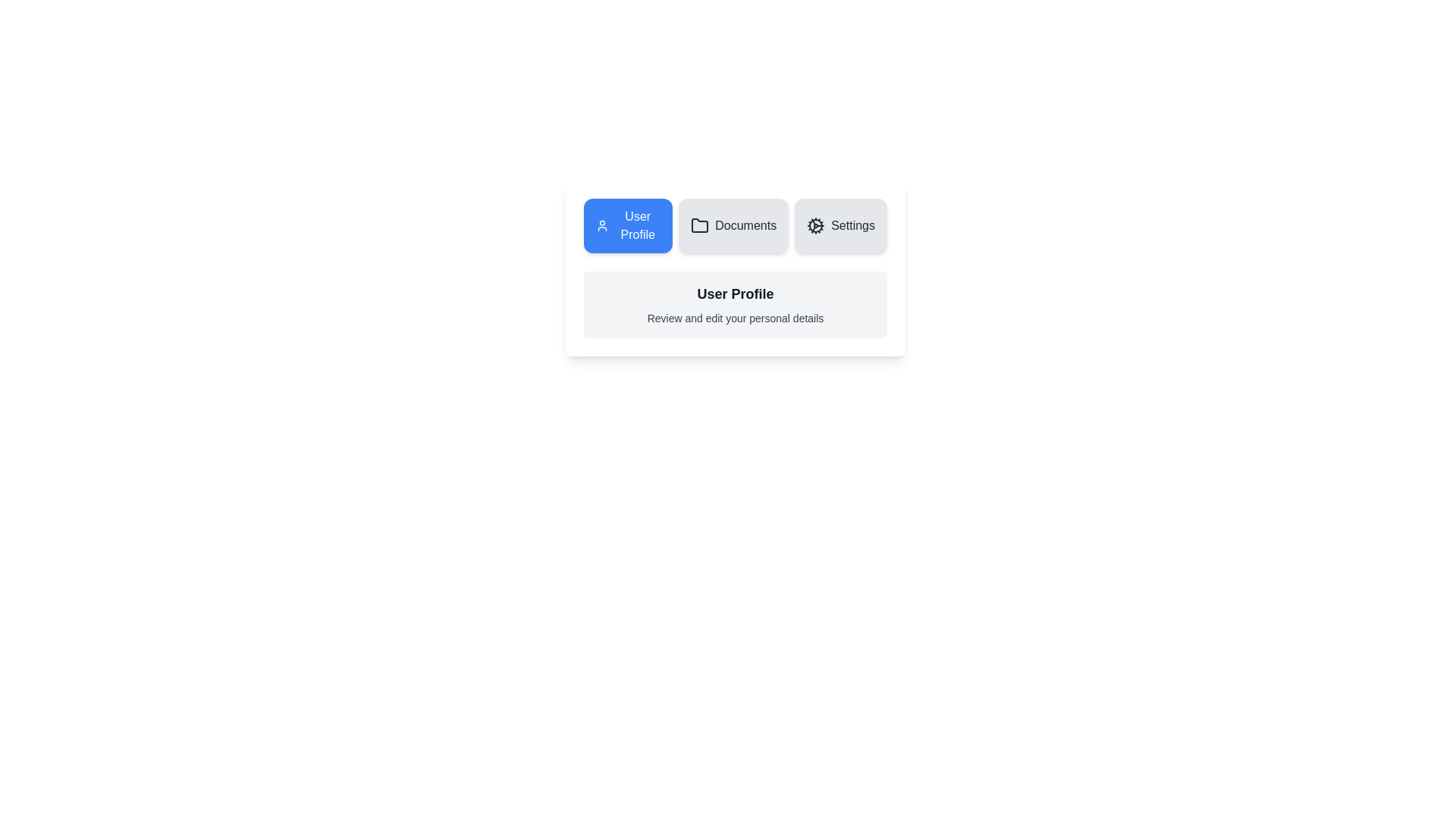 The height and width of the screenshot is (819, 1456). I want to click on the tab labeled Documents, so click(733, 225).